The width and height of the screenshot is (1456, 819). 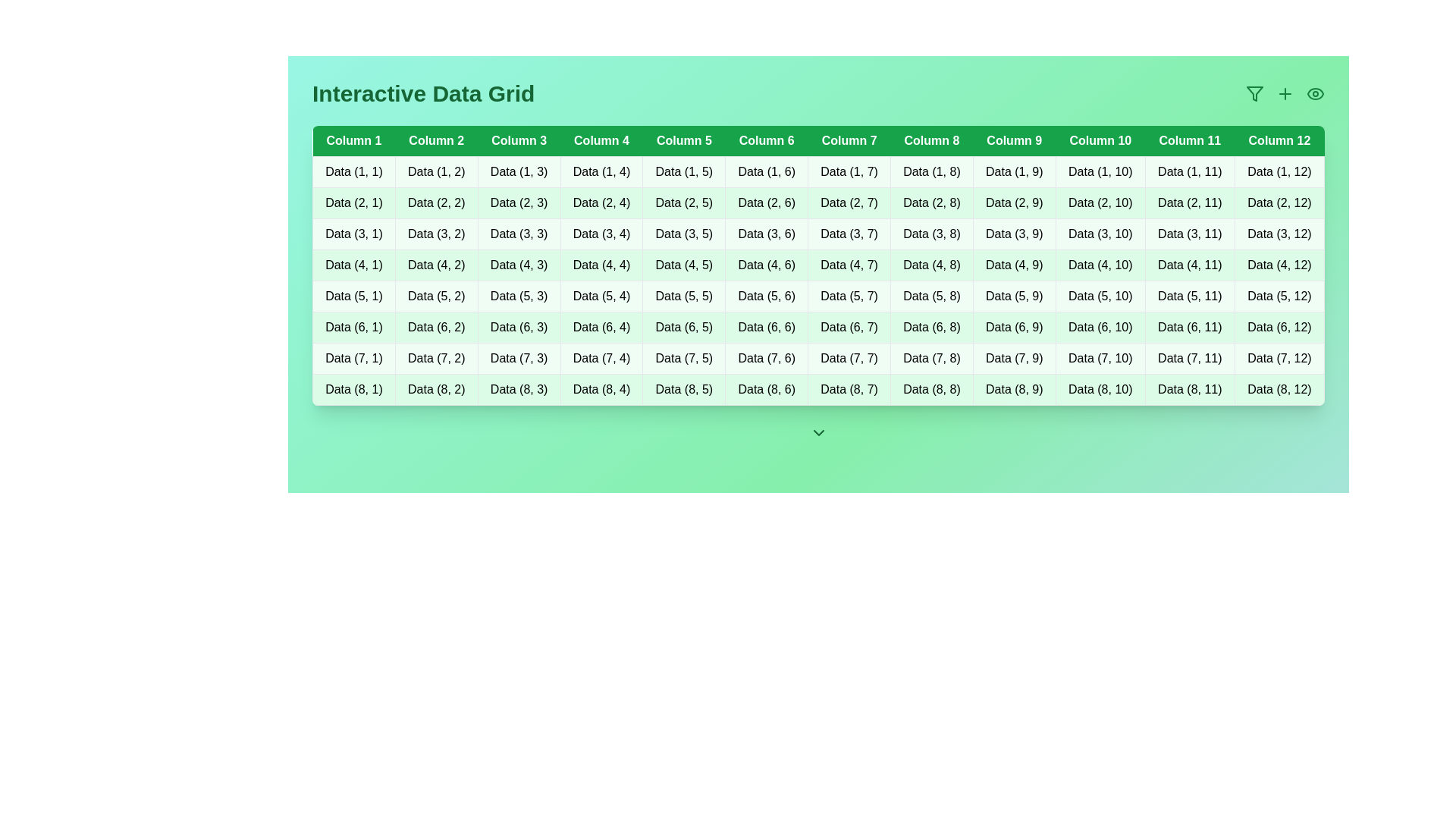 I want to click on the plus icon to add new data, so click(x=1284, y=93).